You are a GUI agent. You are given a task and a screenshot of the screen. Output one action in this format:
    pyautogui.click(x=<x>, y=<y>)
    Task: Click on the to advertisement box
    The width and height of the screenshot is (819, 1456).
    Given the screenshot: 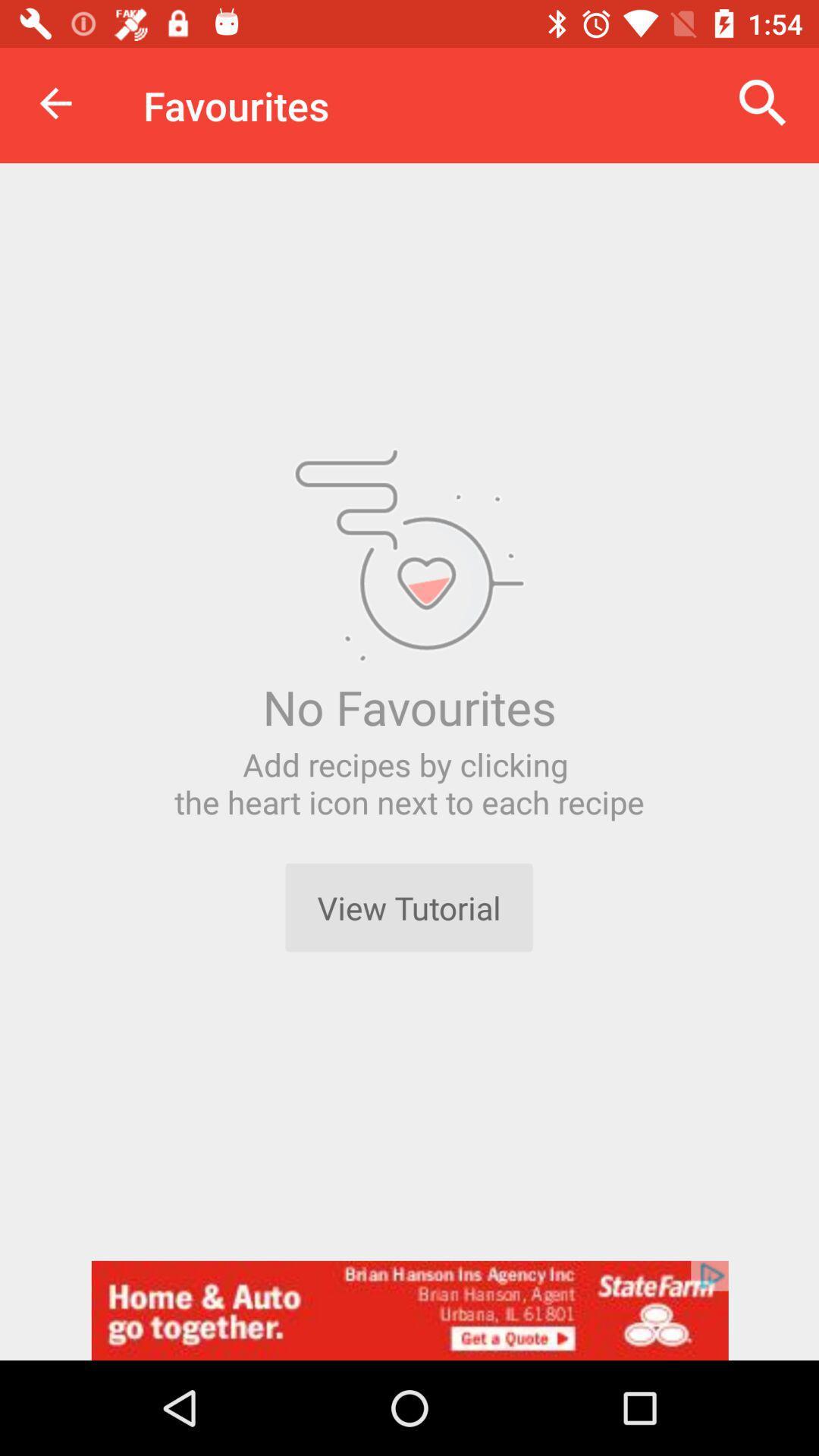 What is the action you would take?
    pyautogui.click(x=409, y=1310)
    